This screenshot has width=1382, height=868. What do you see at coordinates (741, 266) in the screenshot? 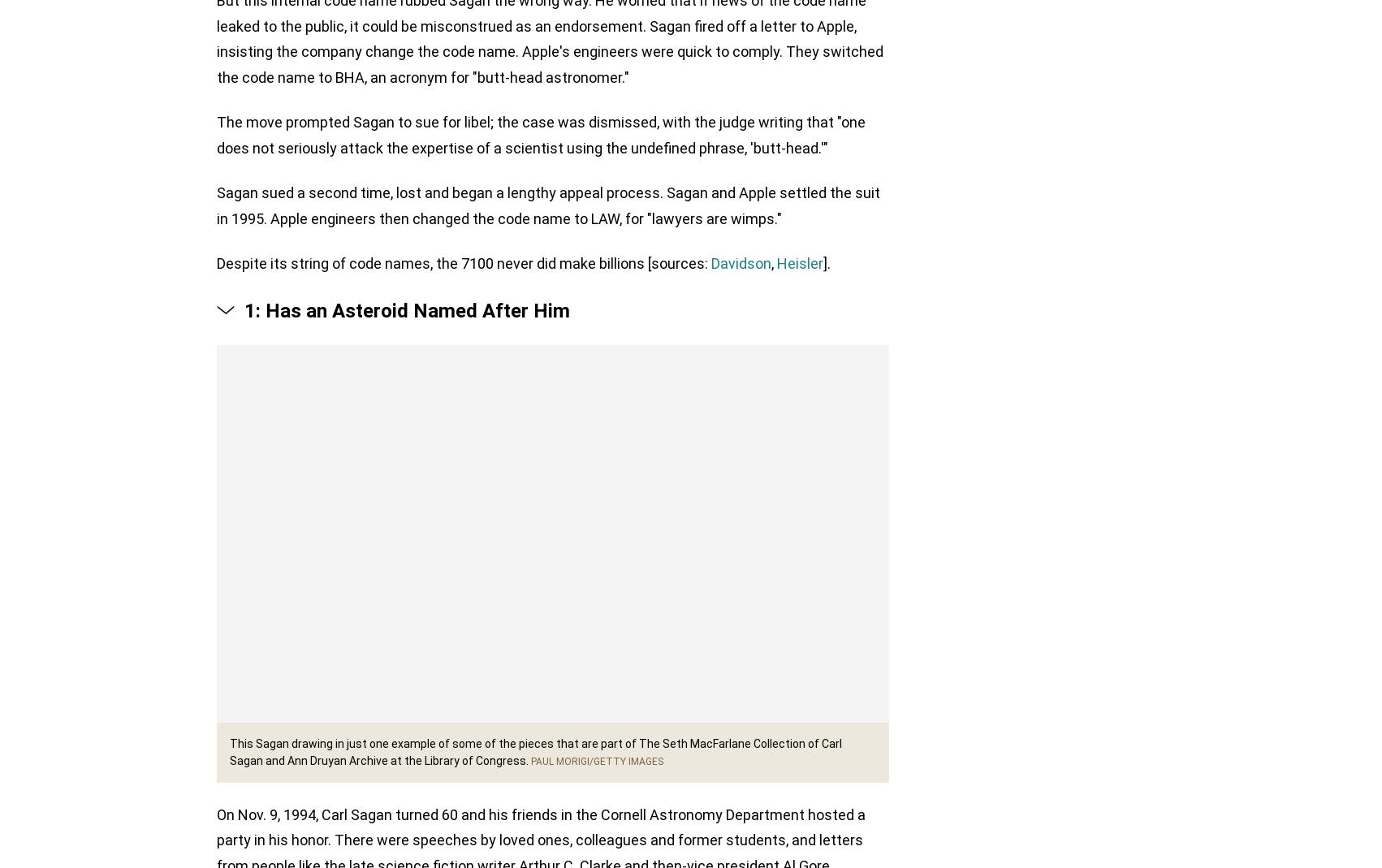
I see `'Davidson'` at bounding box center [741, 266].